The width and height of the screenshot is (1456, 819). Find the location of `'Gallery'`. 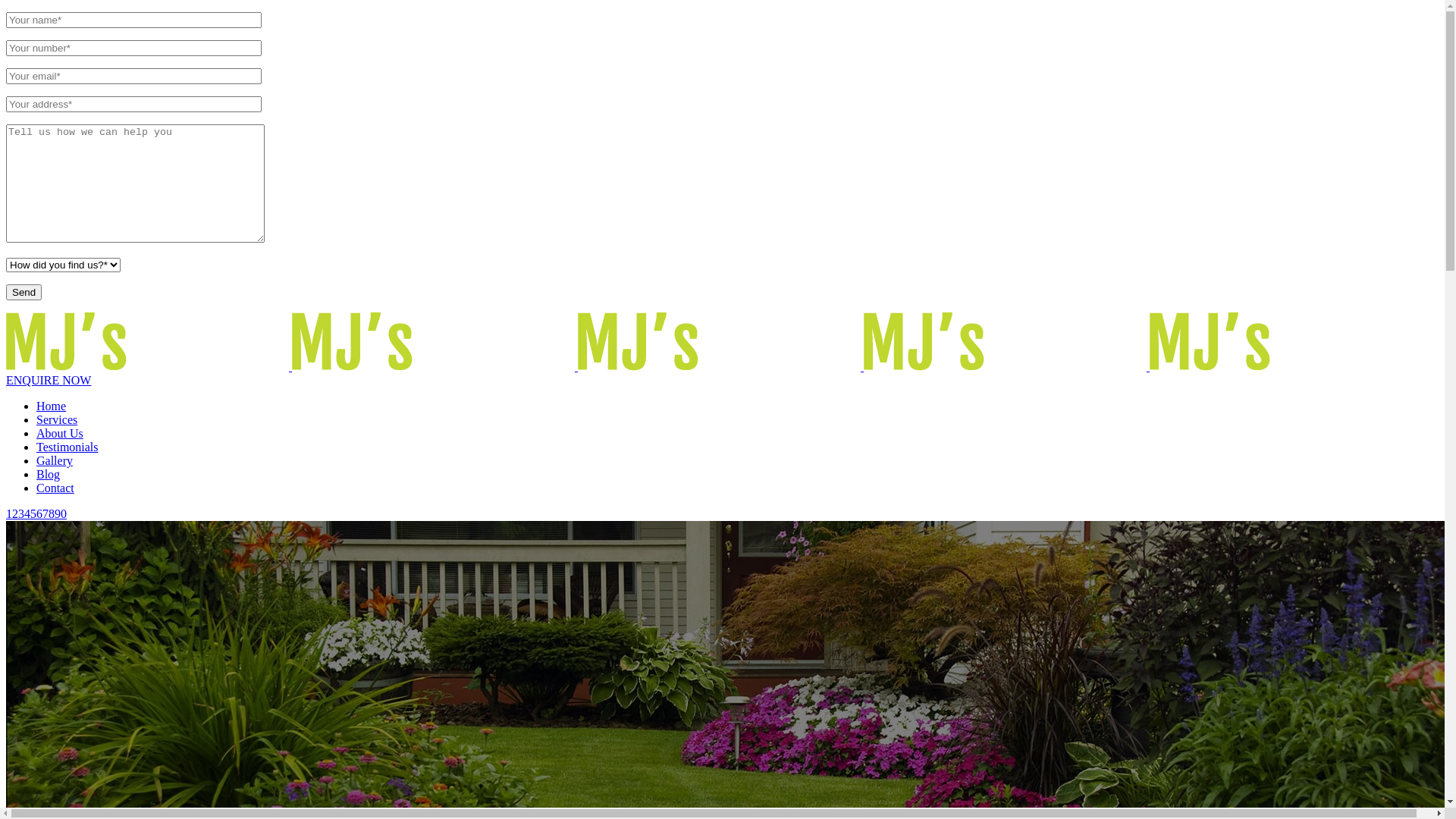

'Gallery' is located at coordinates (36, 460).